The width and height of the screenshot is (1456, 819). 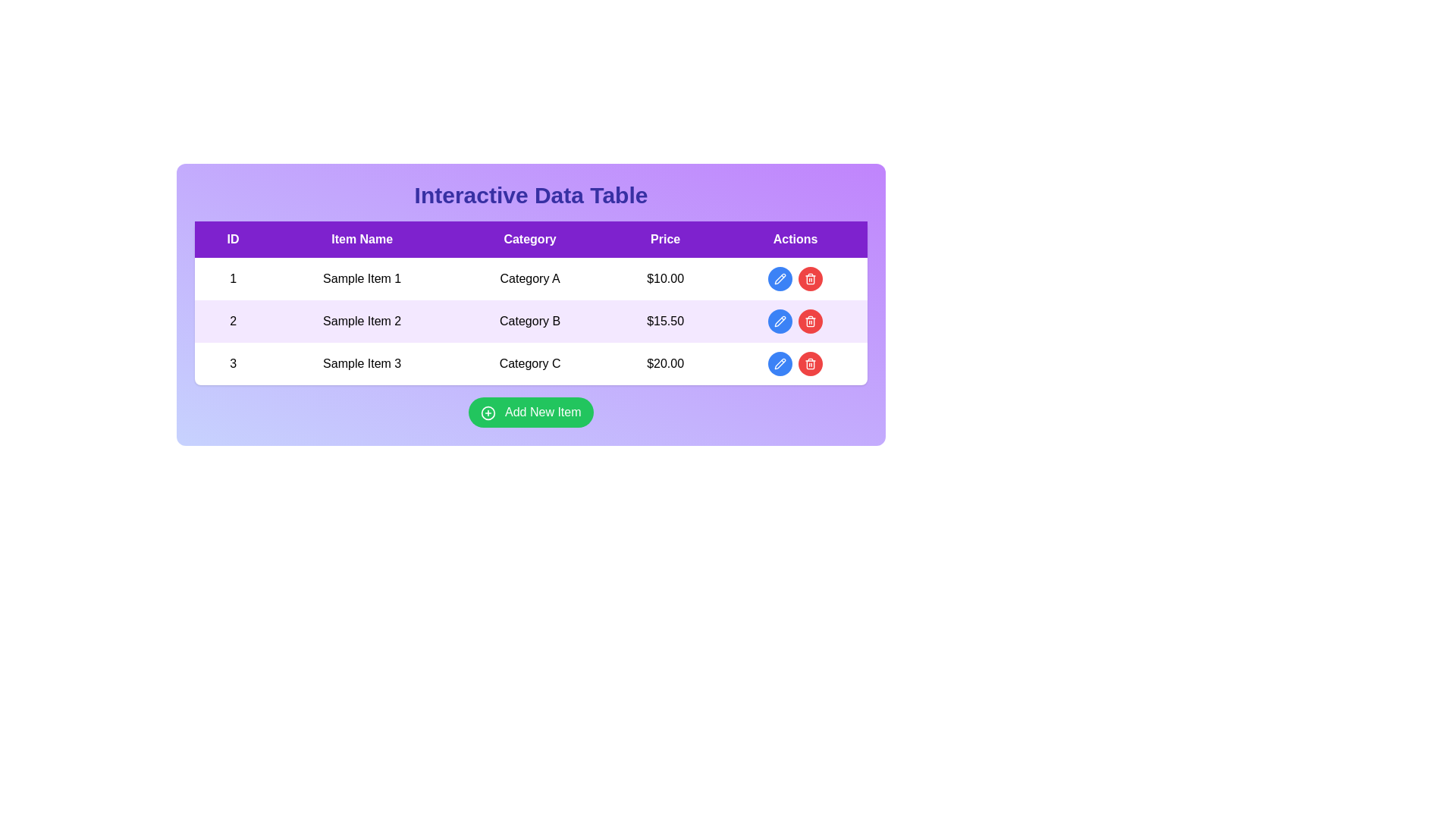 I want to click on the pencil icon button for editing located in the 'Actions' column of the last row of the table, so click(x=780, y=362).